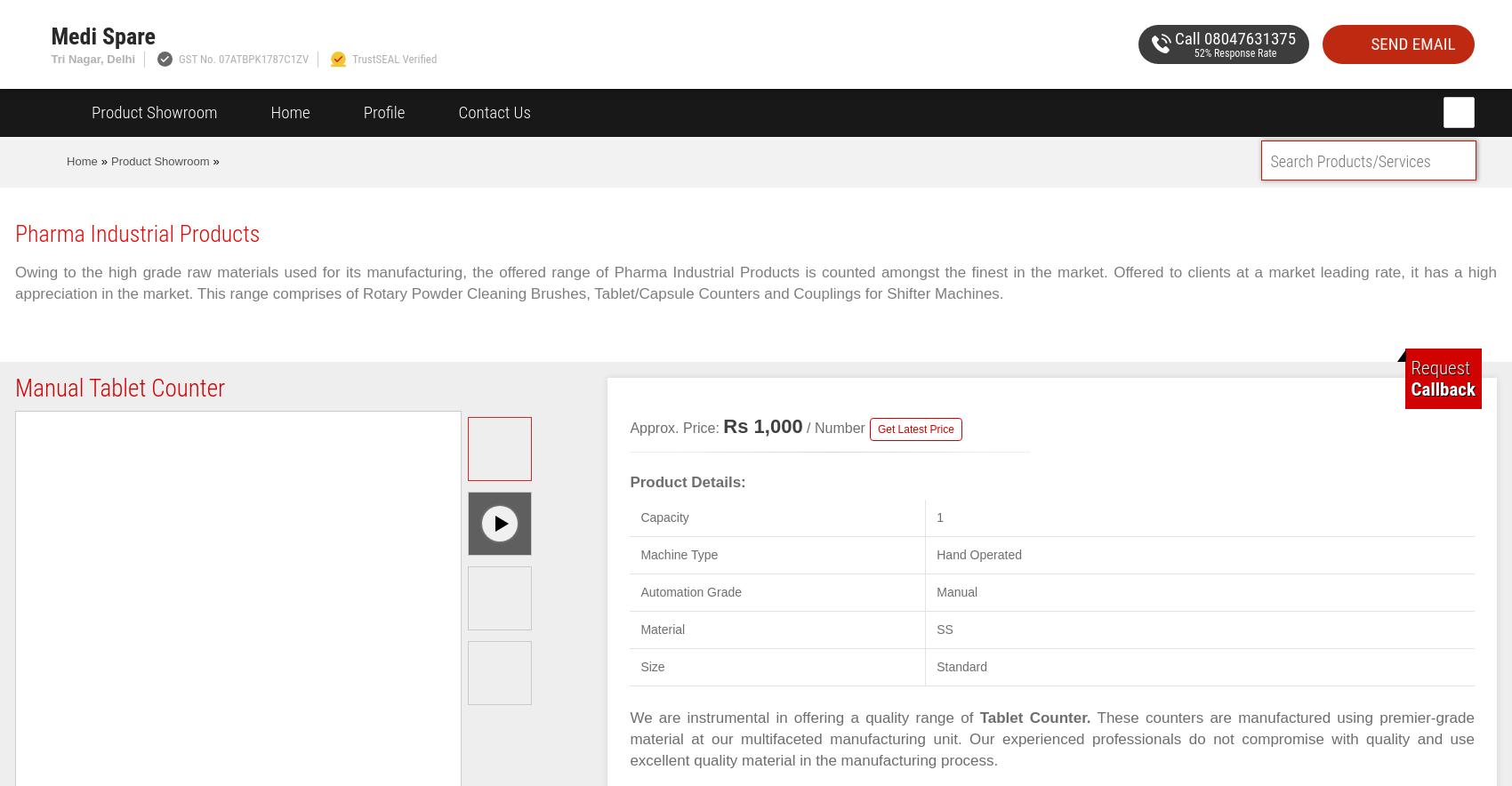  Describe the element at coordinates (15, 283) in the screenshot. I see `'Owing to the high grade raw materials used for its manufacturing, the offered range of Pharma Industrial Products is counted amongst the finest in the market. Offered to clients at a market leading rate, it has a high appreciation in the market. This range comprises of Rotary Powder Cleaning Brushes, Tablet/Capsule Counters and Couplings for Shifter Machines.'` at that location.